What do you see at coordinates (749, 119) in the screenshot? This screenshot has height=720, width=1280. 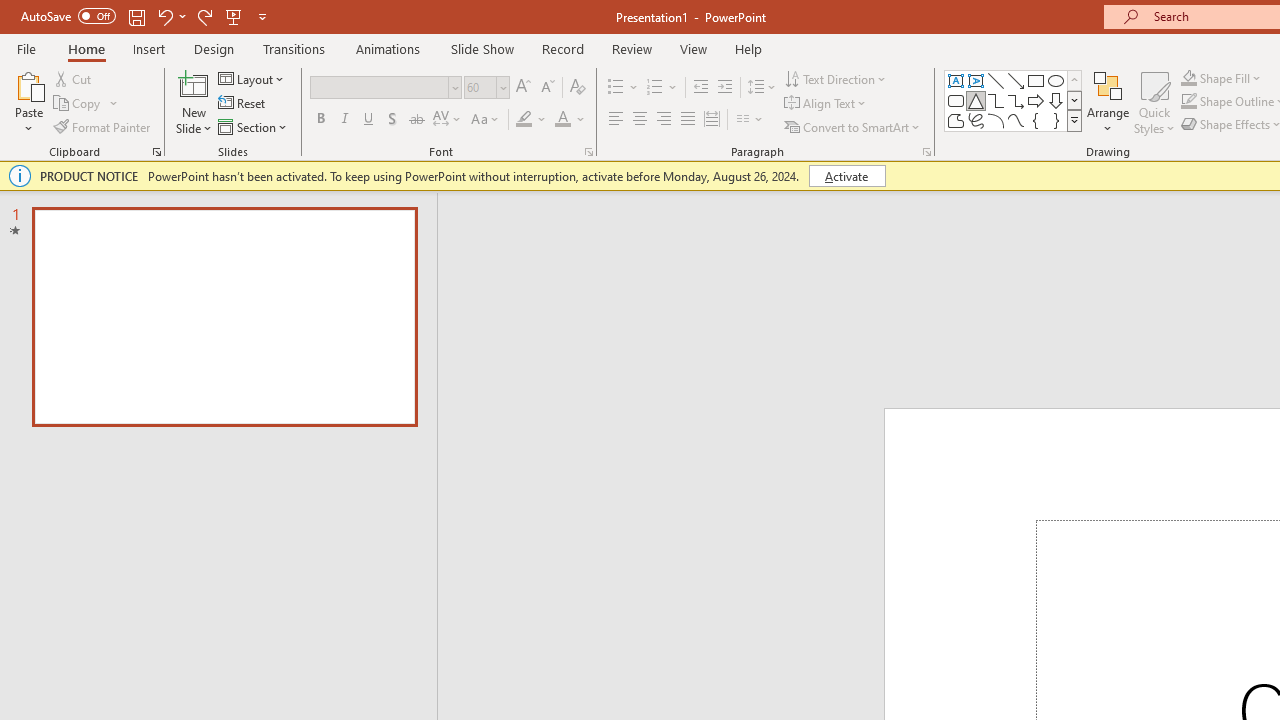 I see `'Columns'` at bounding box center [749, 119].